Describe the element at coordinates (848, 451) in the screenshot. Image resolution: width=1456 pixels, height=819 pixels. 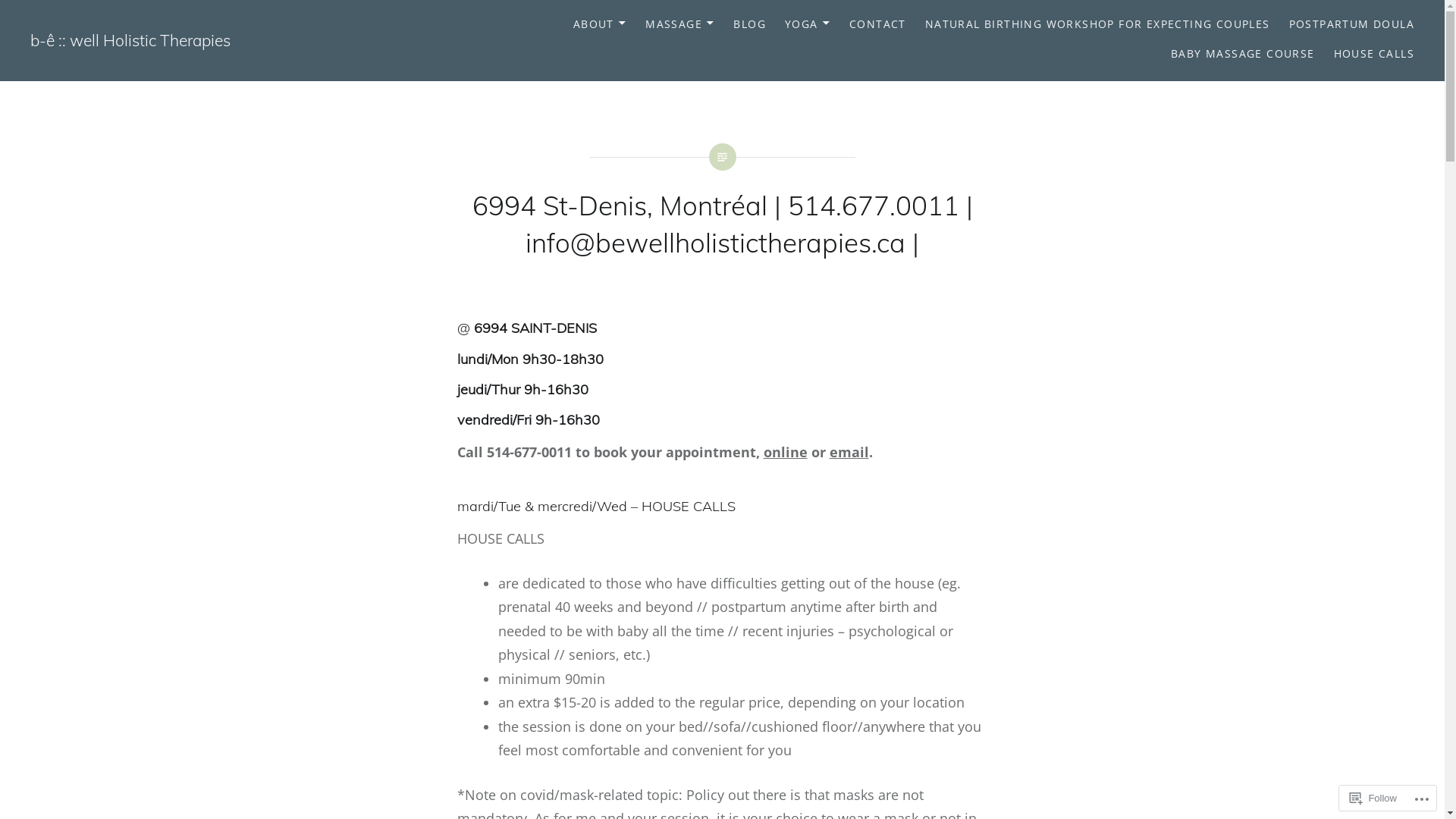
I see `'email'` at that location.